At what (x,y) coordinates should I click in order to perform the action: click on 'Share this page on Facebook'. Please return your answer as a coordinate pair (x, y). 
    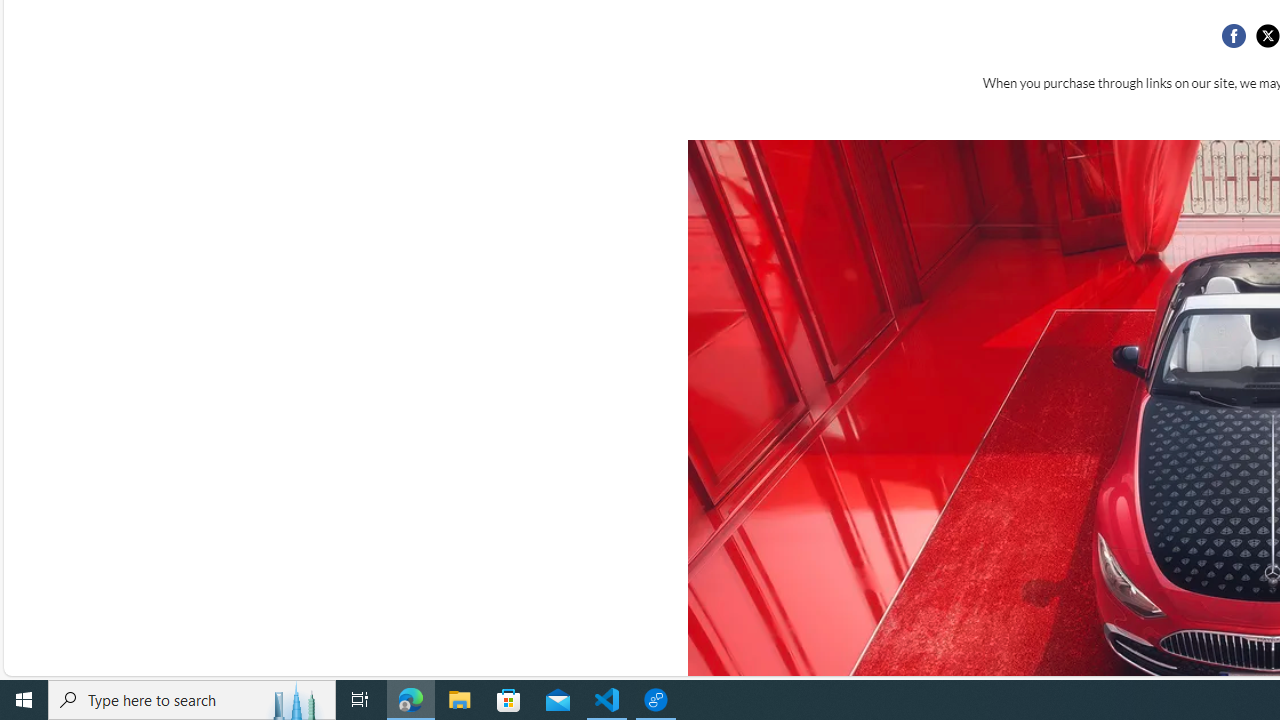
    Looking at the image, I should click on (1232, 36).